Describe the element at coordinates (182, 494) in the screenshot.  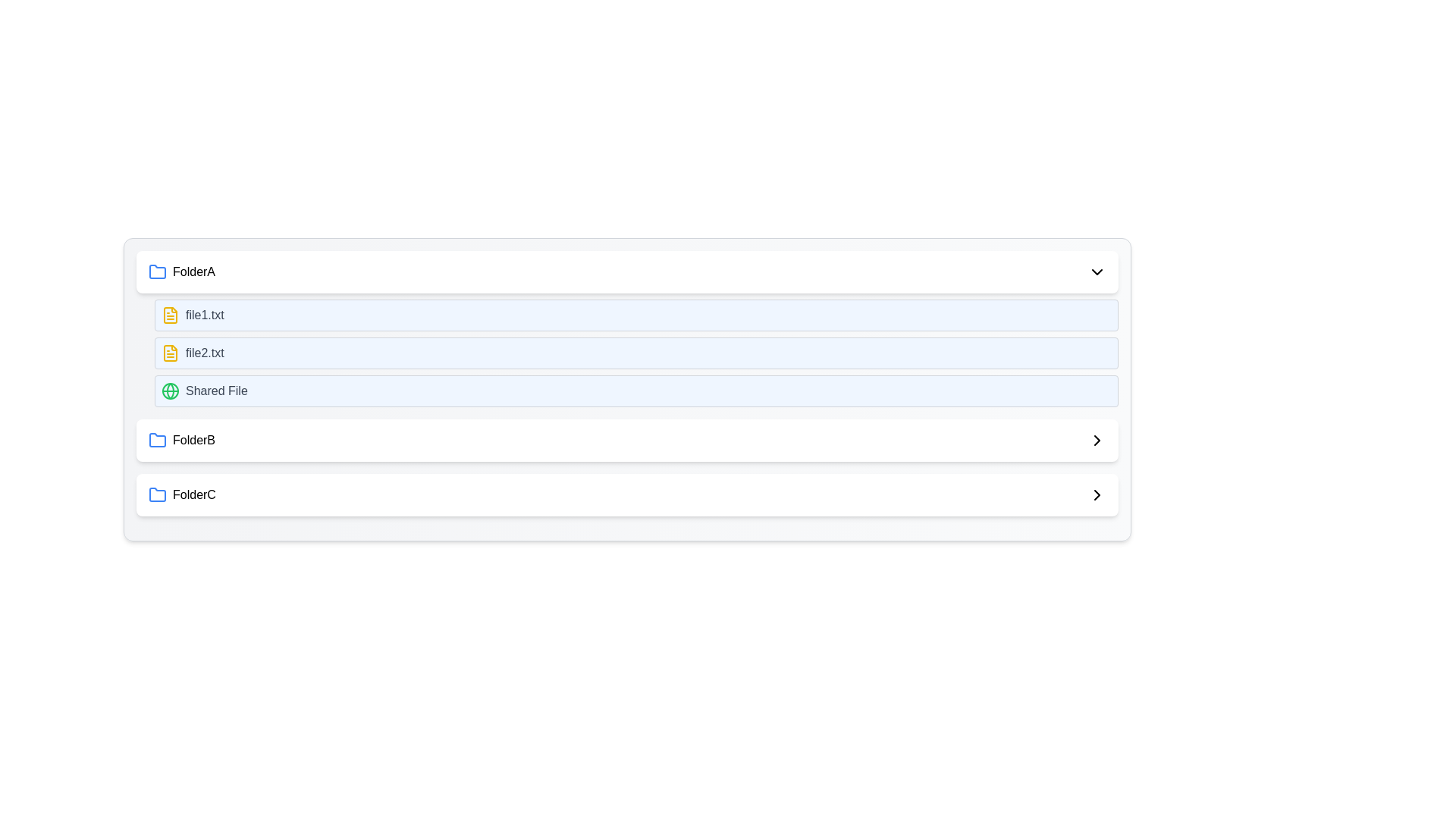
I see `the folder entry labeled 'FolderC', which features a blue folder icon and medium-sized black text` at that location.